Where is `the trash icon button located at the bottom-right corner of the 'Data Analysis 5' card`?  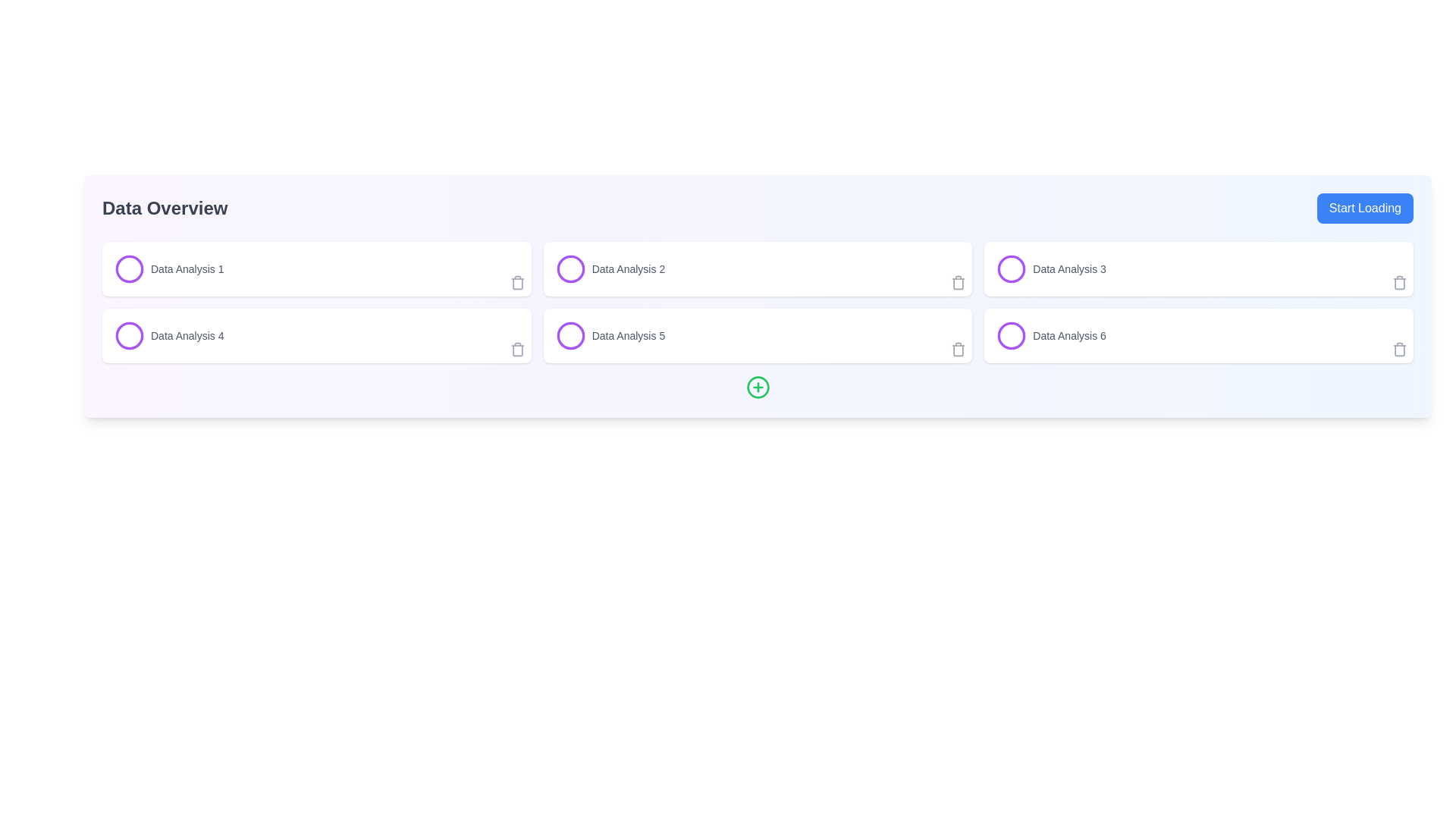 the trash icon button located at the bottom-right corner of the 'Data Analysis 5' card is located at coordinates (958, 350).